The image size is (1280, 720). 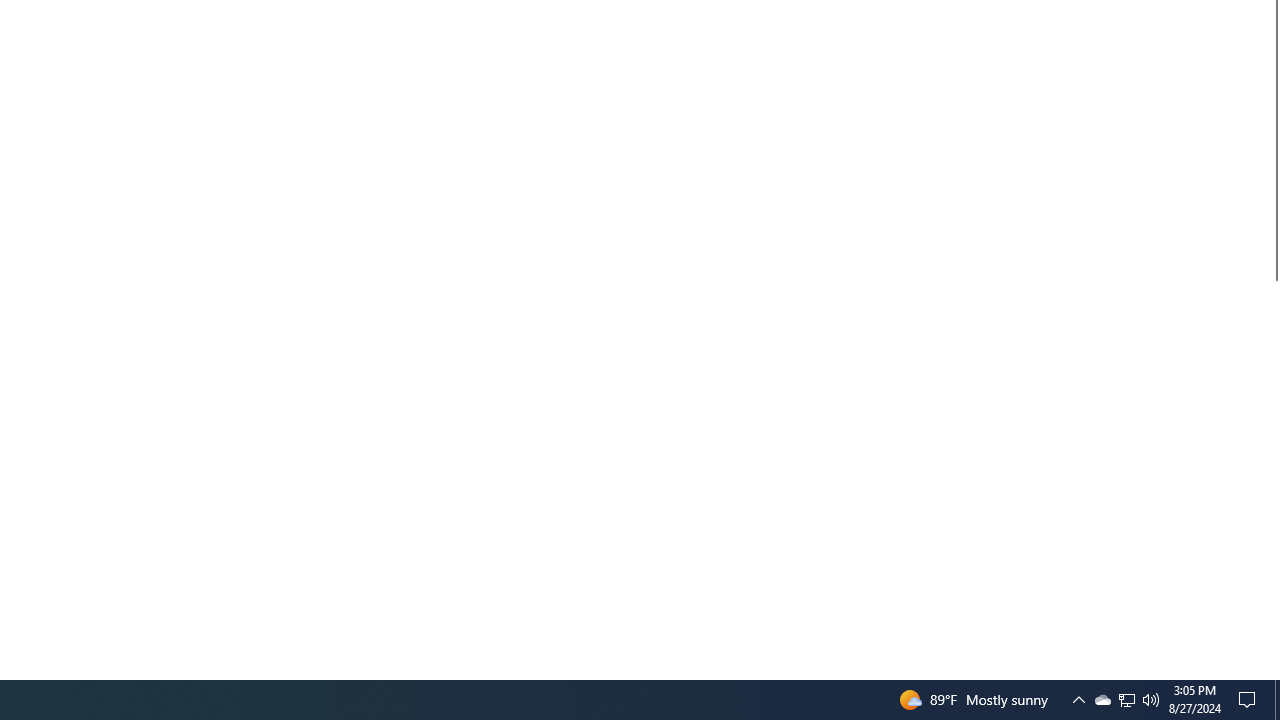 What do you see at coordinates (1271, 671) in the screenshot?
I see `'Vertical Small Increase'` at bounding box center [1271, 671].